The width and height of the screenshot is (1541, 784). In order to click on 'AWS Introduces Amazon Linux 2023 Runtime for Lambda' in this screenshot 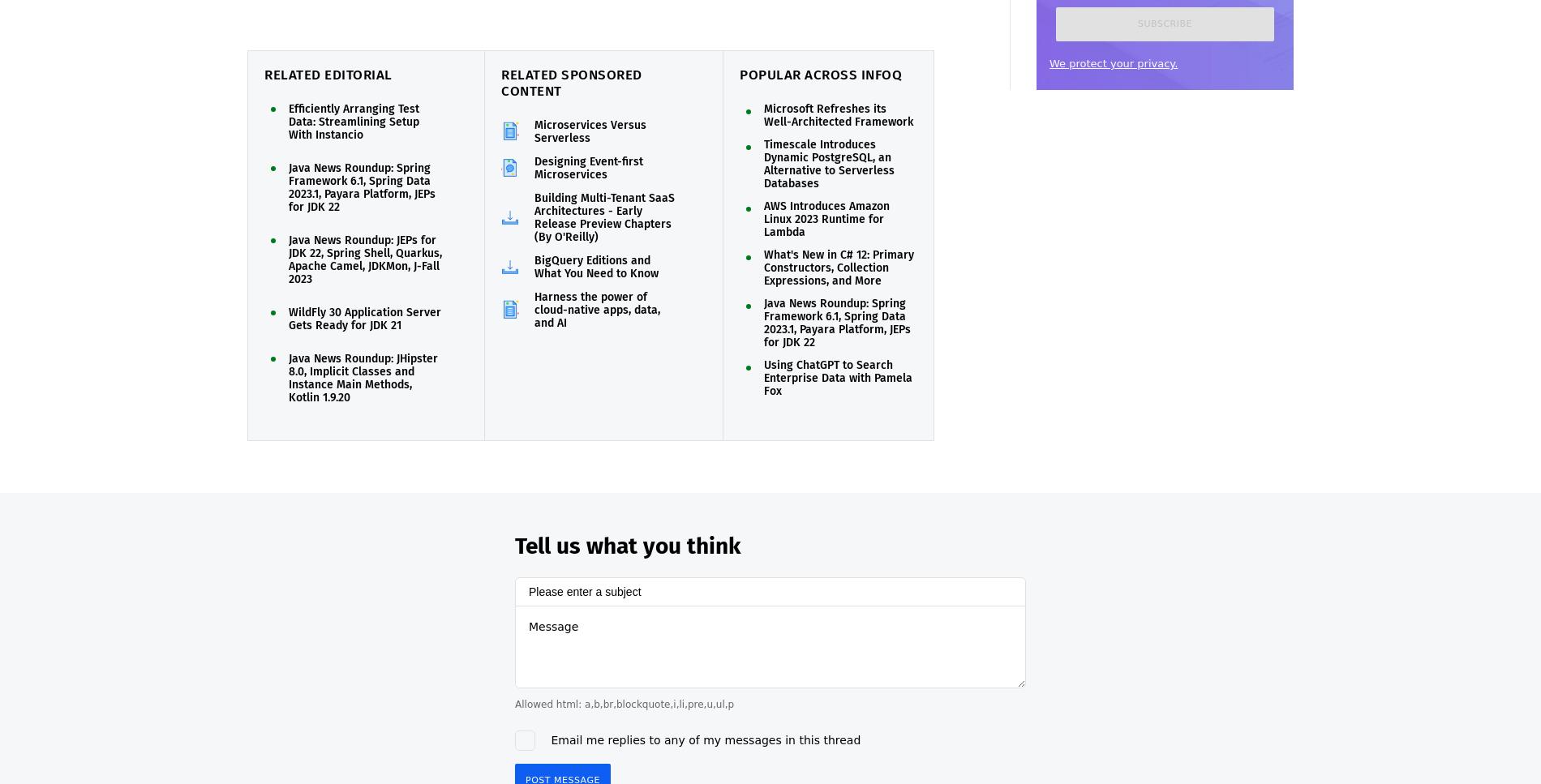, I will do `click(763, 218)`.